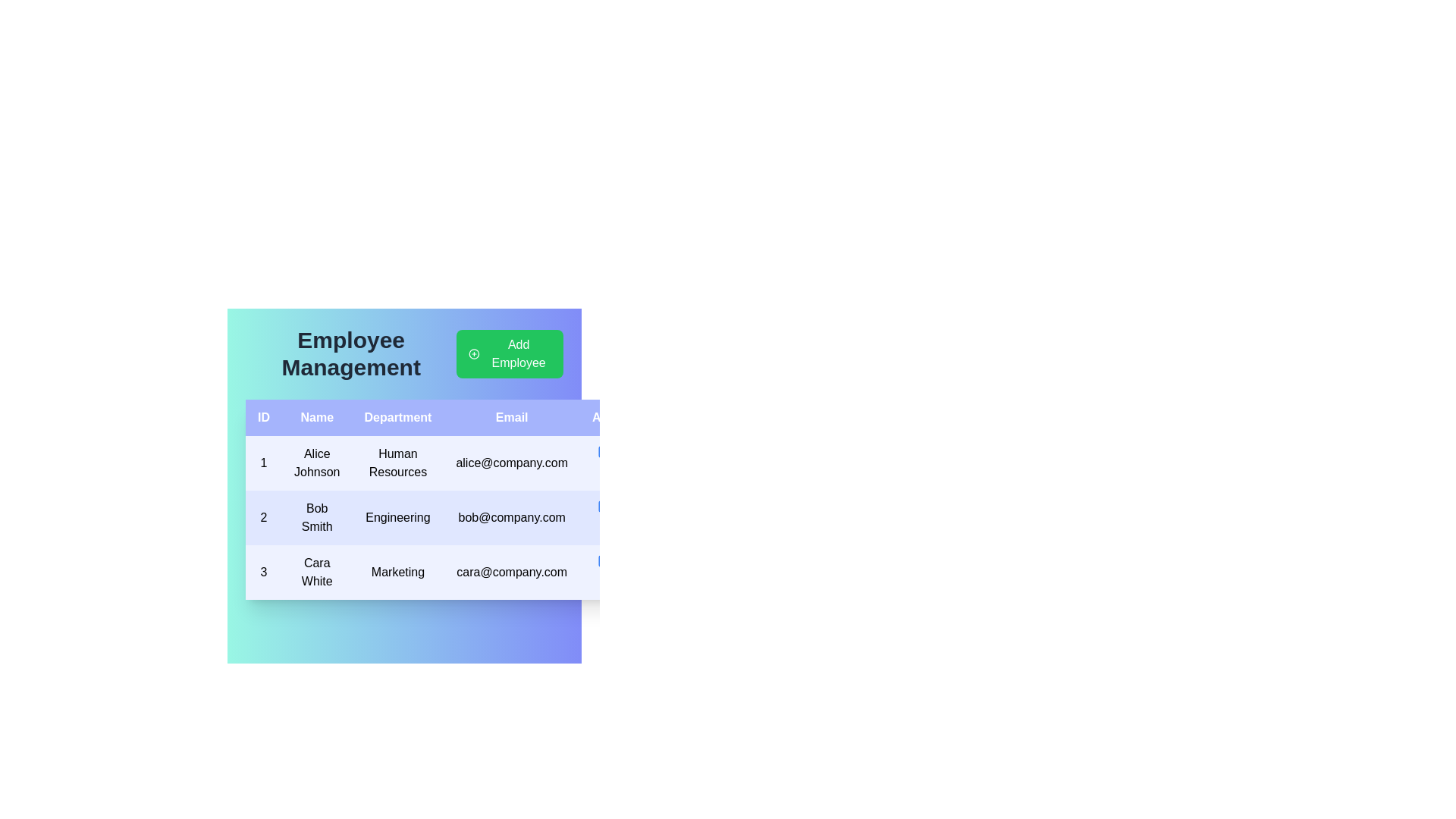 The height and width of the screenshot is (819, 1456). Describe the element at coordinates (512, 418) in the screenshot. I see `the 'Email' Table Header, which is a text label with a light blue background located in the header row of a table, specifically the fourth column from the left` at that location.